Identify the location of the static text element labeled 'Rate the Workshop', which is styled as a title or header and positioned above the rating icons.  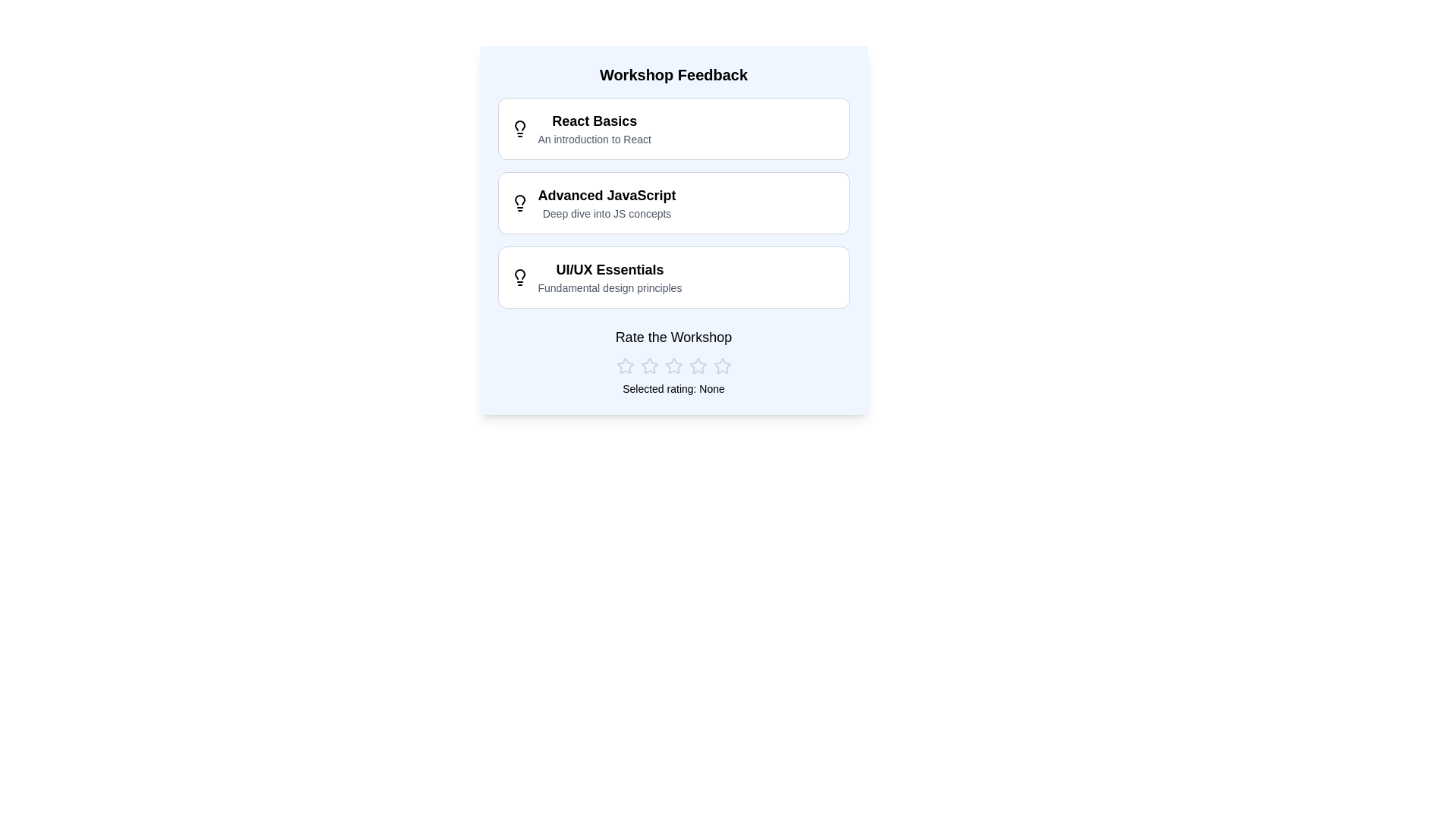
(673, 336).